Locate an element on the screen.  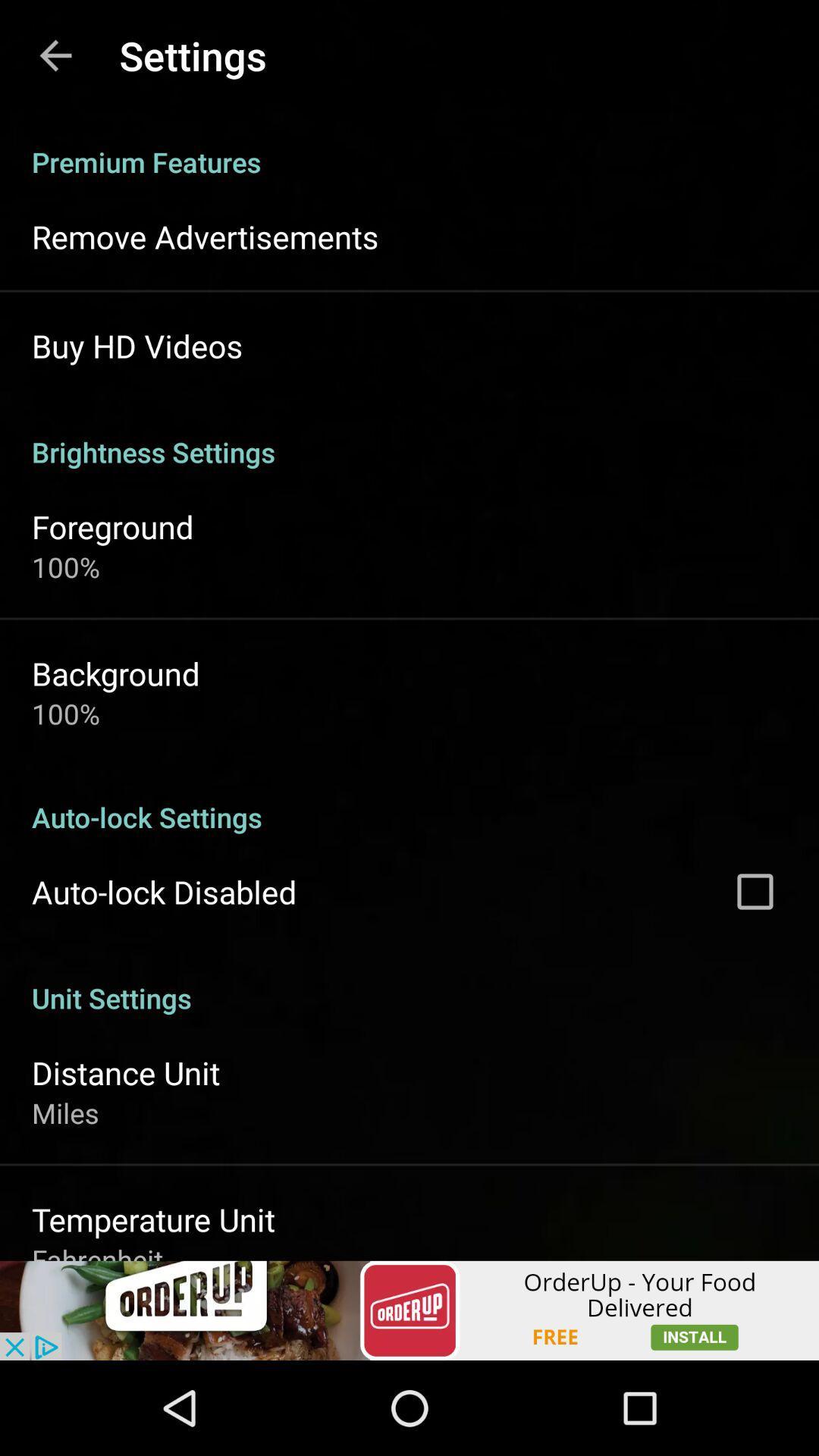
open advertisement is located at coordinates (409, 1310).